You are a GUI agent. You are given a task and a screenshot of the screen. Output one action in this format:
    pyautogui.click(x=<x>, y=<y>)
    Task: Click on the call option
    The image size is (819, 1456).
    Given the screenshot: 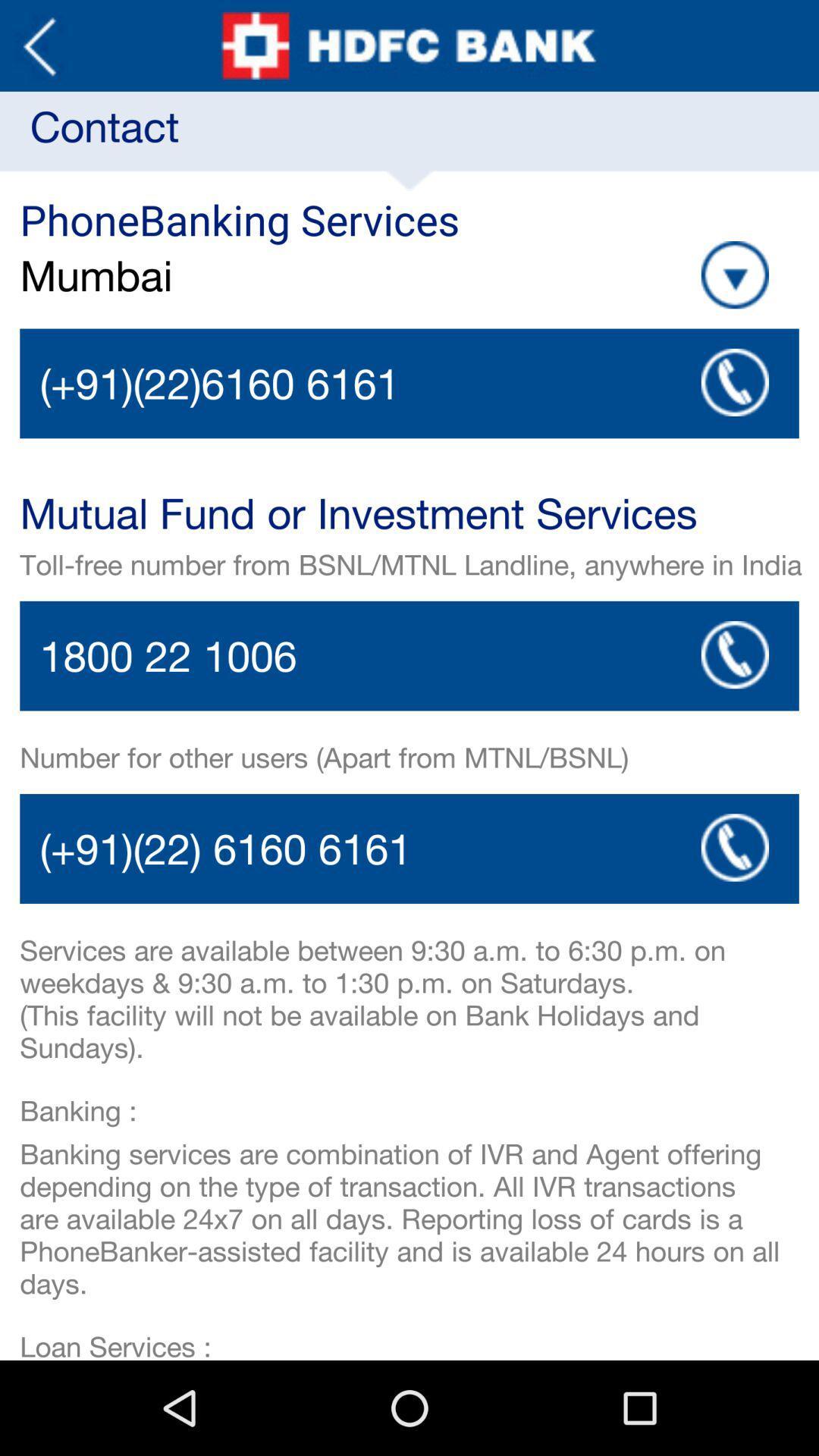 What is the action you would take?
    pyautogui.click(x=409, y=383)
    